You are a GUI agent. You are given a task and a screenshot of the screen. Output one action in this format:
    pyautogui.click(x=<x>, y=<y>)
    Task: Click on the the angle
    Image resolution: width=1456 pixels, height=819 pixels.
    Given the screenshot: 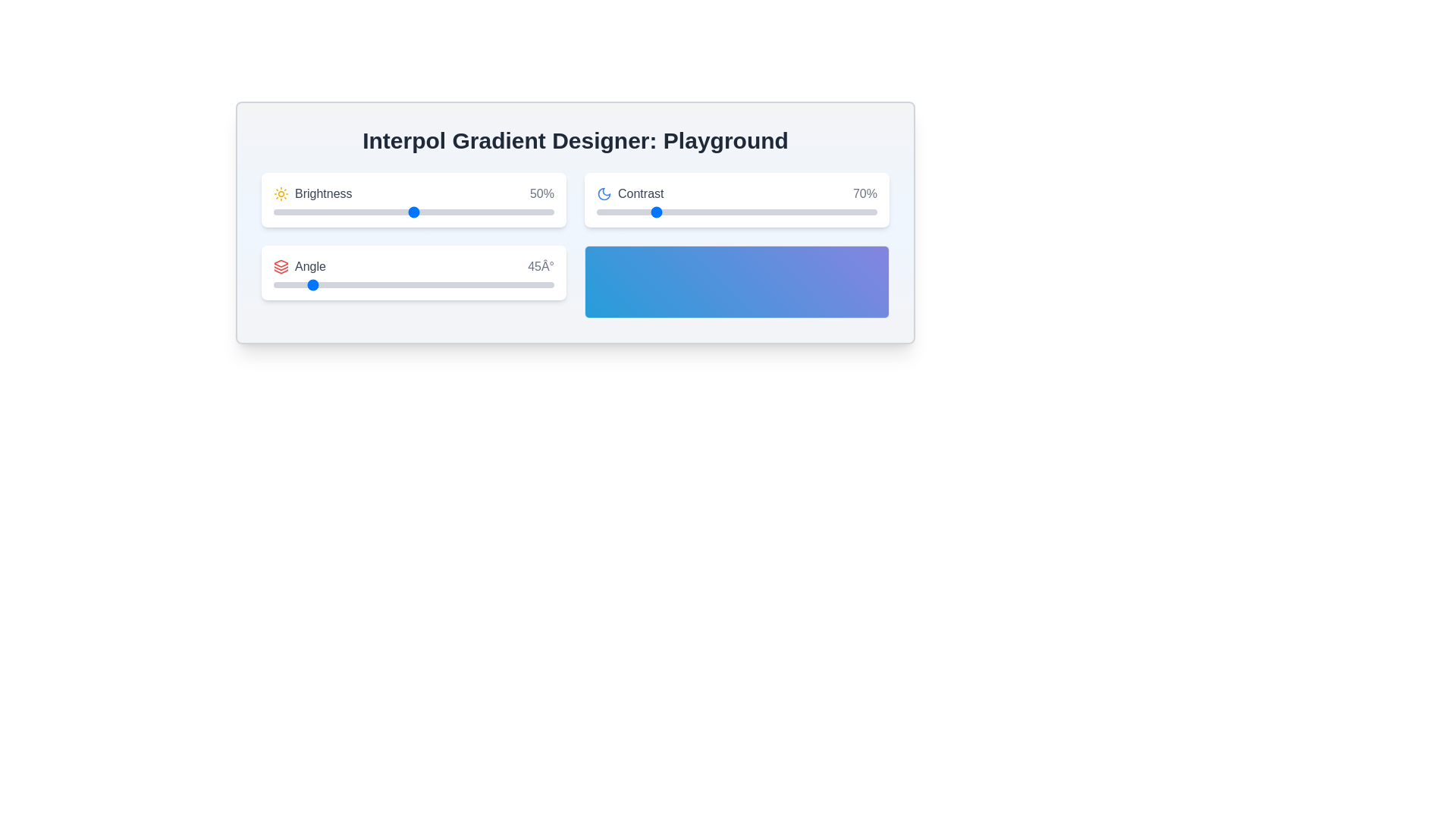 What is the action you would take?
    pyautogui.click(x=361, y=284)
    